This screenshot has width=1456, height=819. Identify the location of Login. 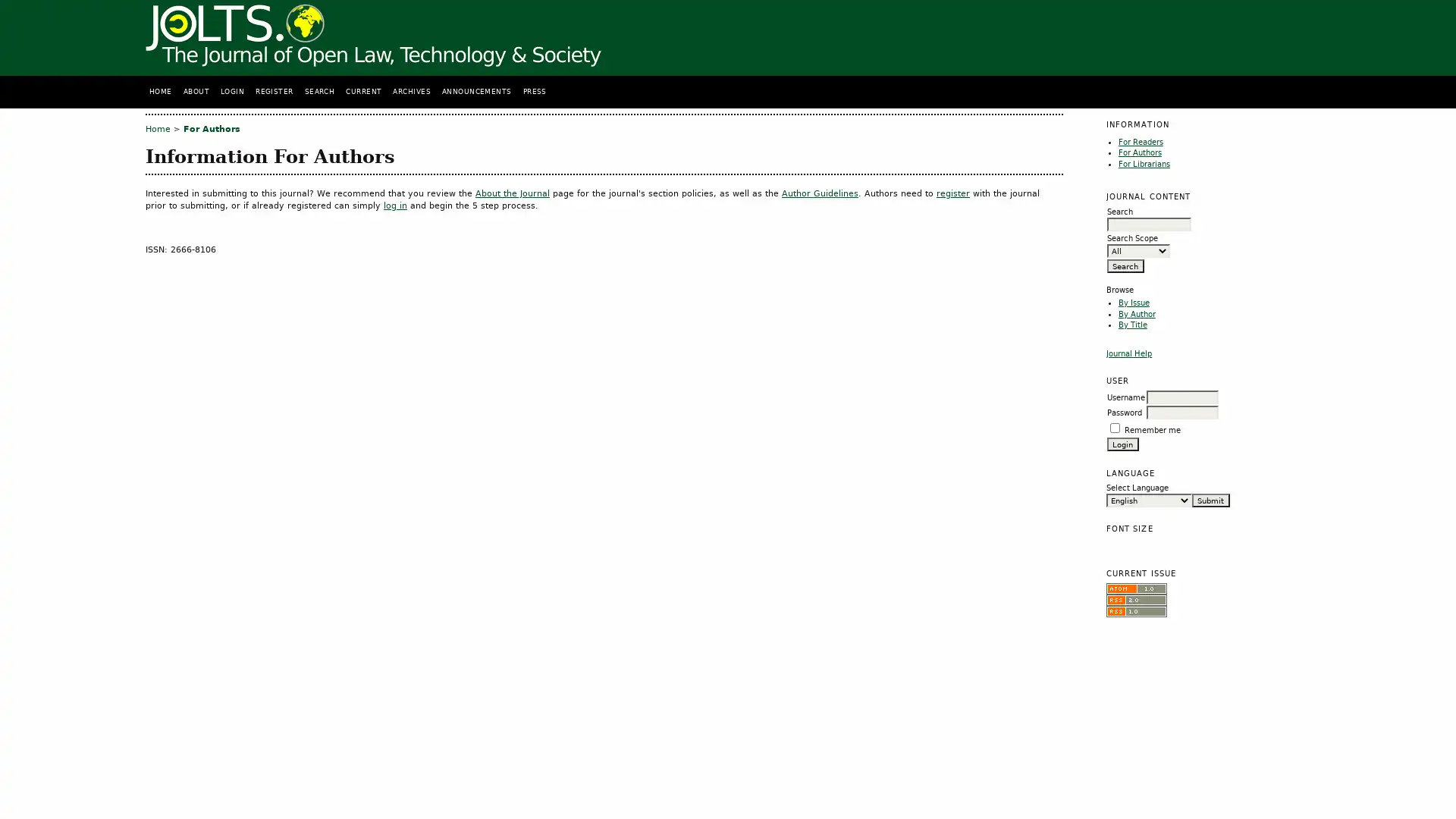
(1122, 444).